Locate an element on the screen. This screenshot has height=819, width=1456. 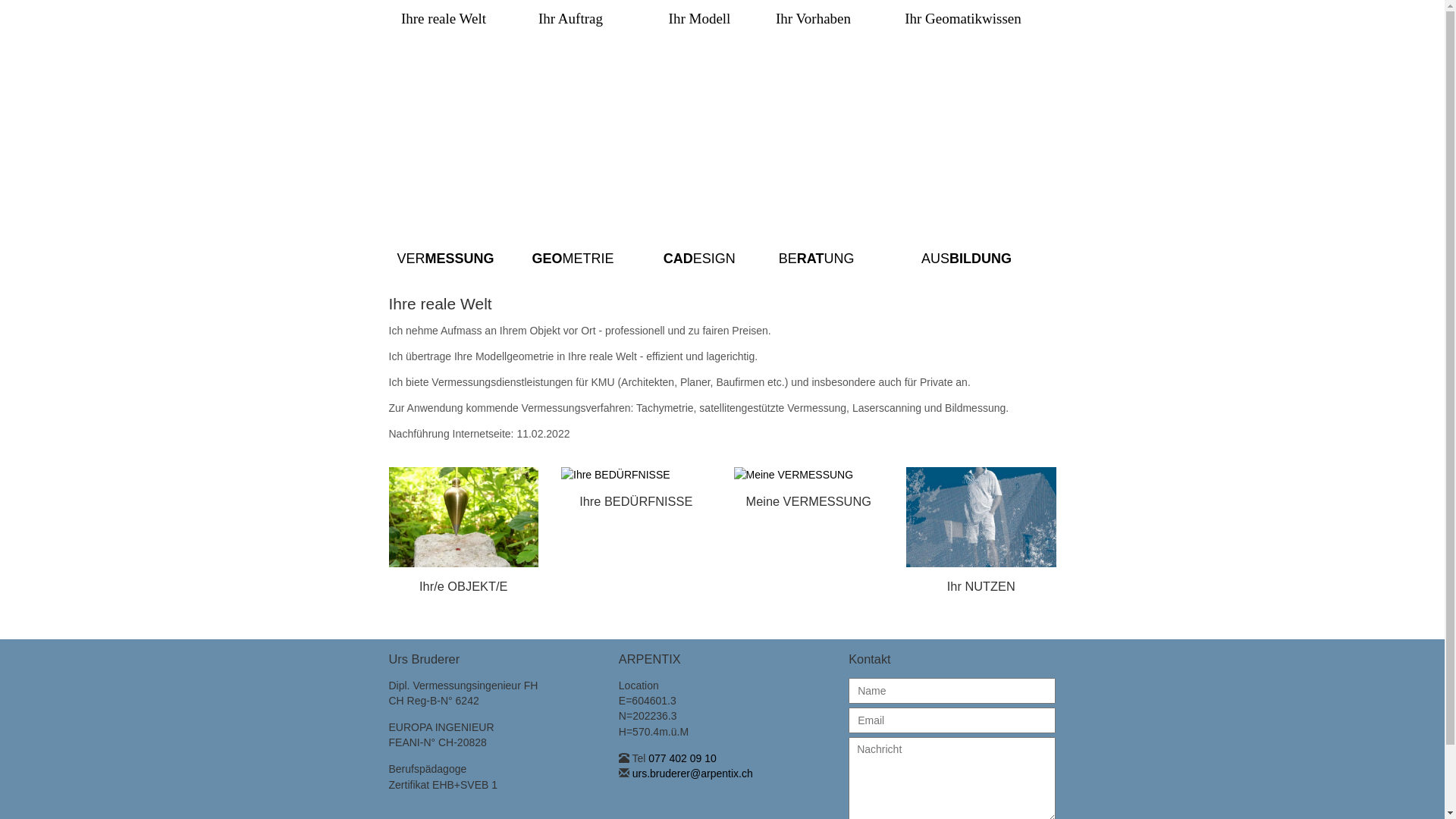
'urs.bruderer@arpentix.ch' is located at coordinates (632, 773).